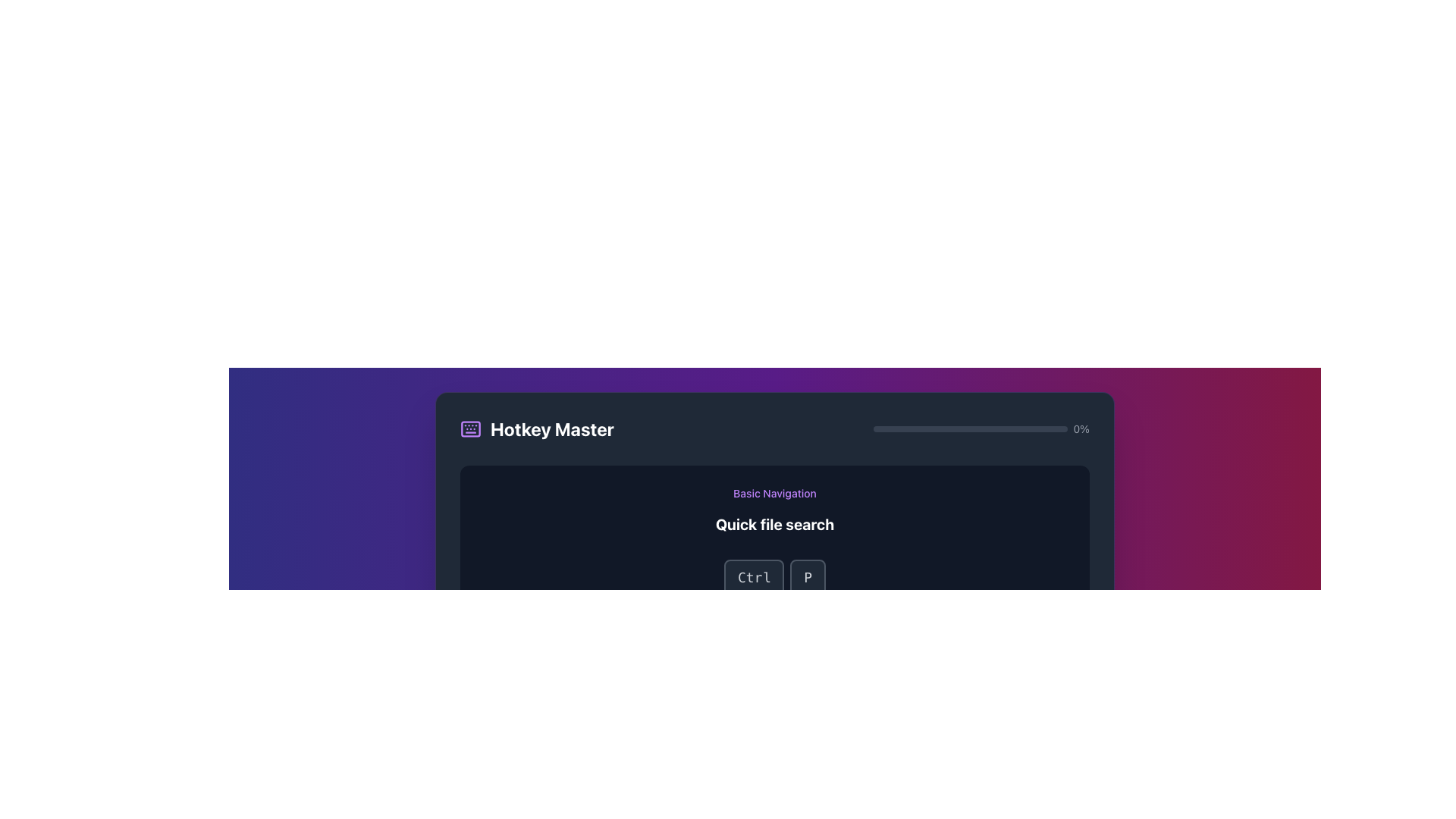 The image size is (1456, 819). Describe the element at coordinates (969, 429) in the screenshot. I see `the Progress bar located in the top-right corner of the 'Hotkey Master' section, adjacent to the '0%' percentage indicator` at that location.